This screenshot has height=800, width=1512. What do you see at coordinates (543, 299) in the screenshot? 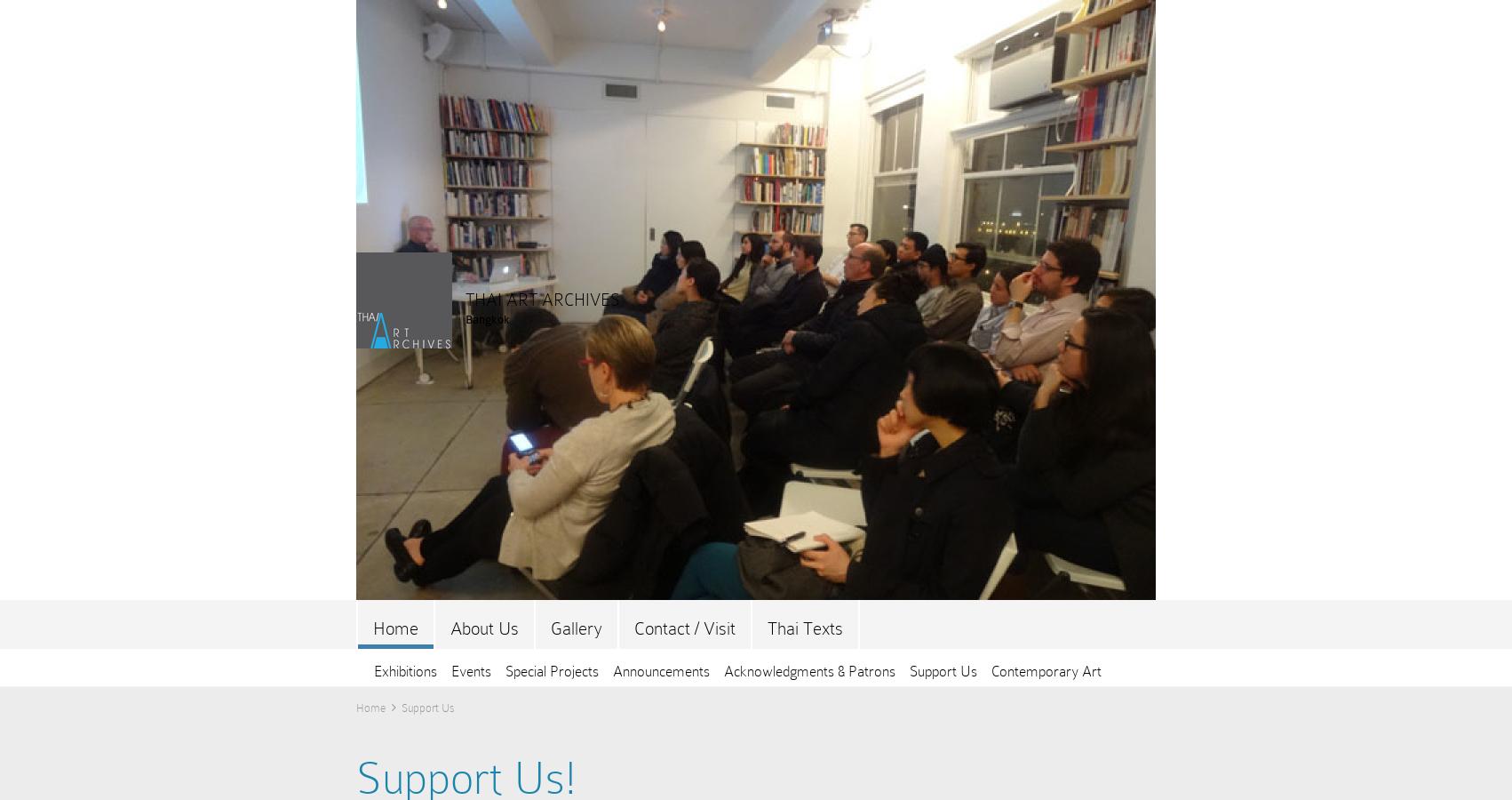
I see `'THAI ART ARCHIVES'` at bounding box center [543, 299].